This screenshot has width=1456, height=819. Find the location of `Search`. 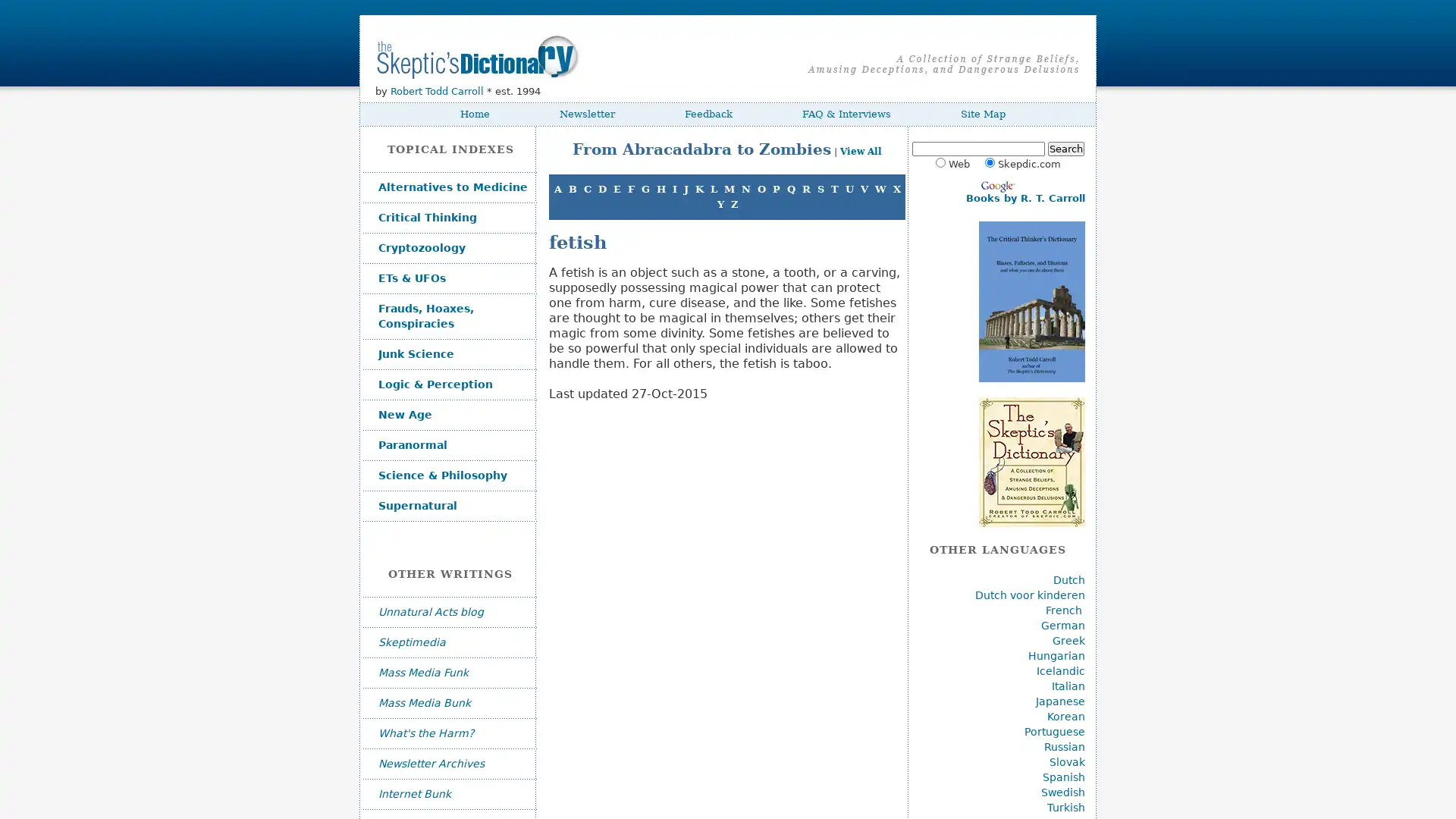

Search is located at coordinates (1065, 149).